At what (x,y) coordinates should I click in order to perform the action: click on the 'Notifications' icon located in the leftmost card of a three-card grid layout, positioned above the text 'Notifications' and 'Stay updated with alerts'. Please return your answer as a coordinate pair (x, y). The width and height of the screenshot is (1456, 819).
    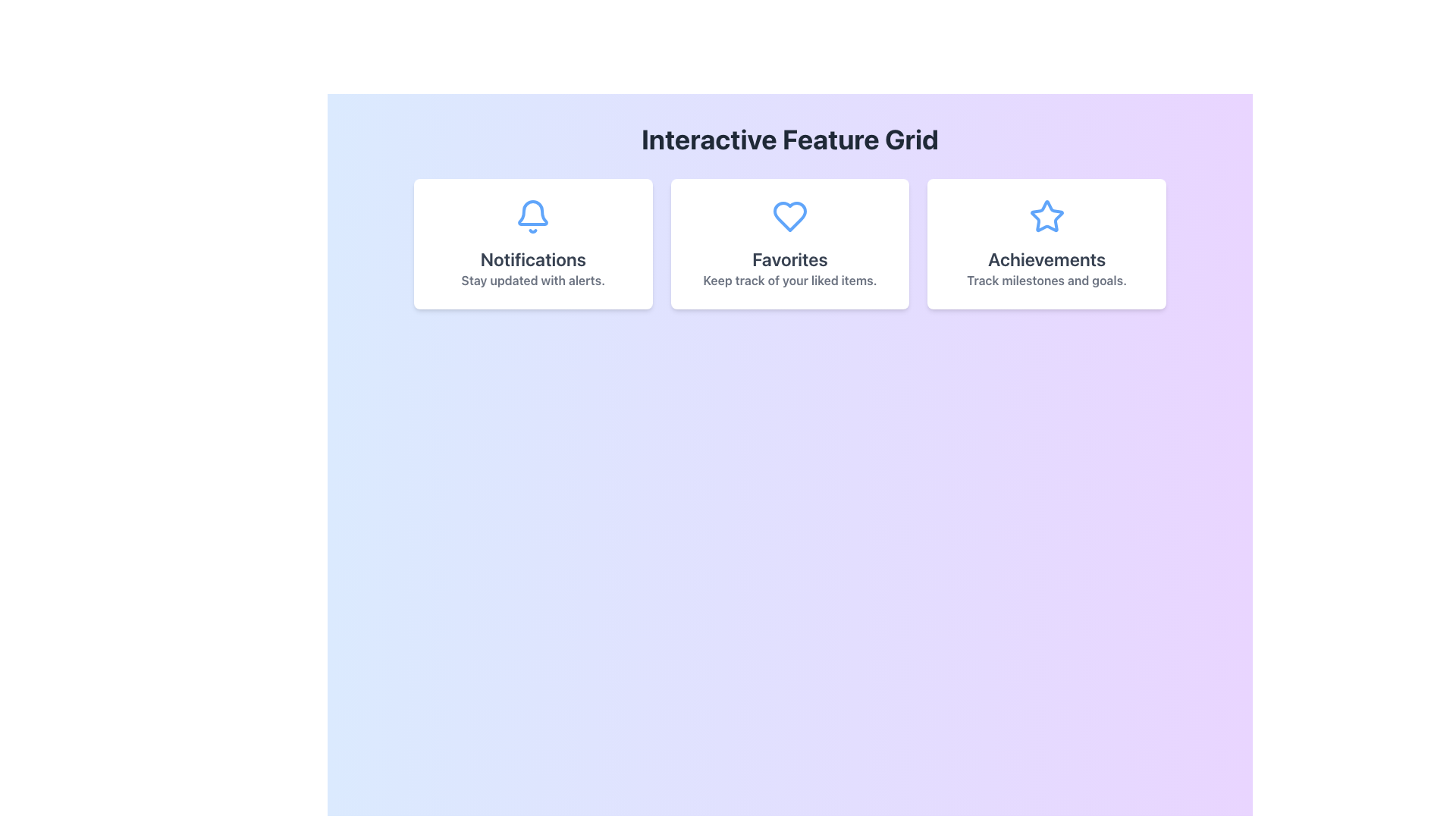
    Looking at the image, I should click on (533, 216).